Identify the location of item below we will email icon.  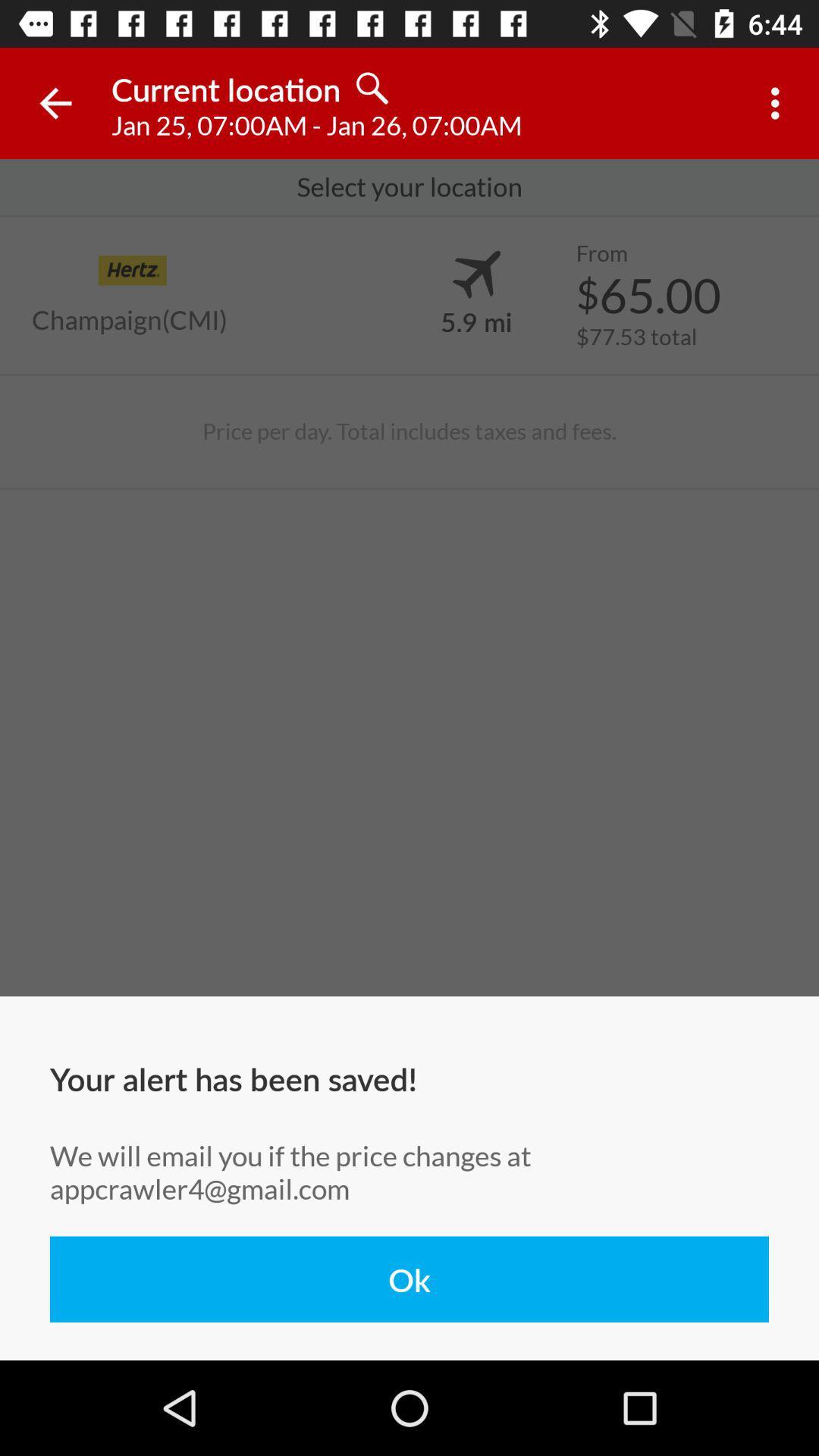
(409, 1279).